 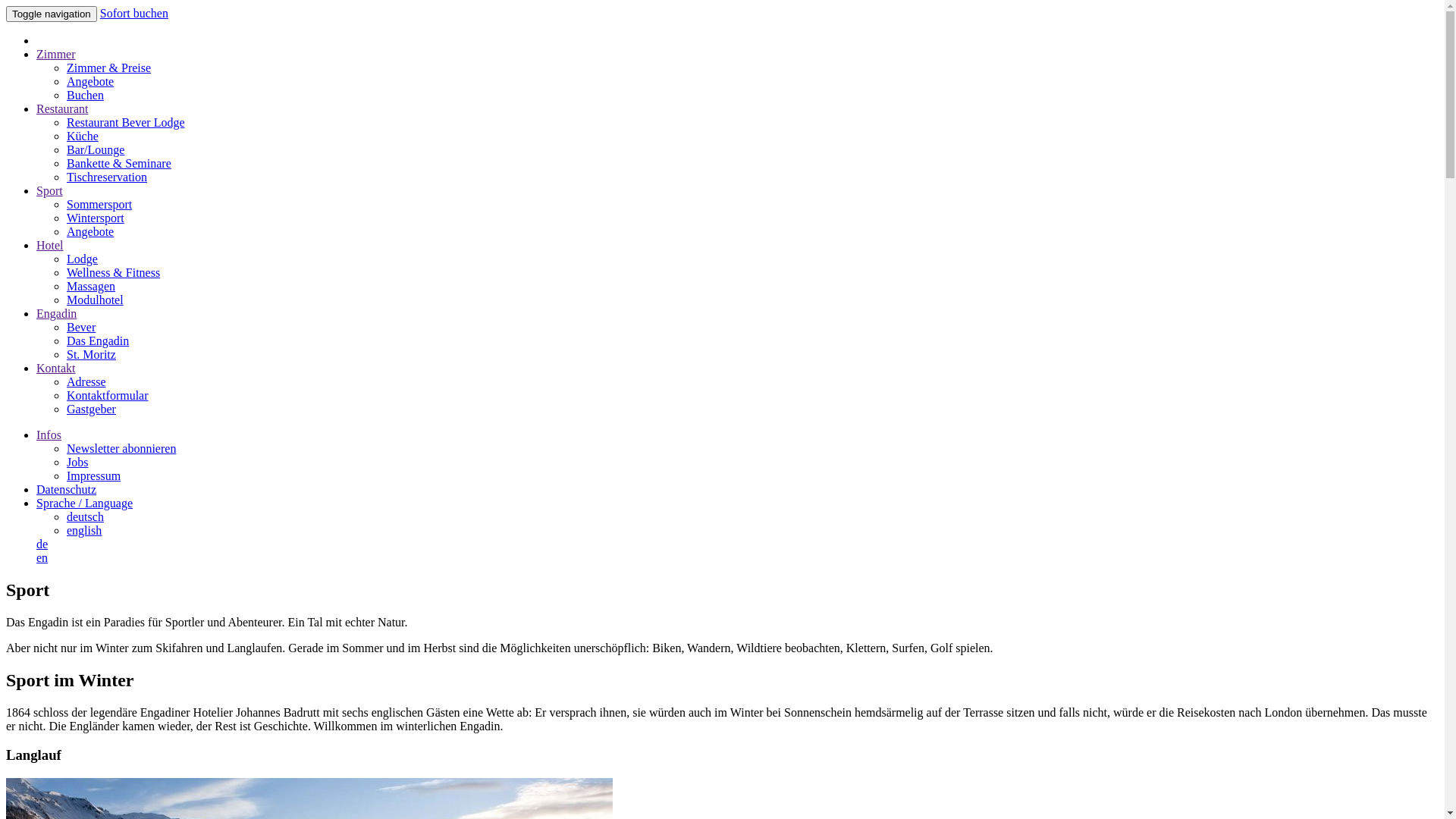 I want to click on 'Toggle navigation', so click(x=6, y=14).